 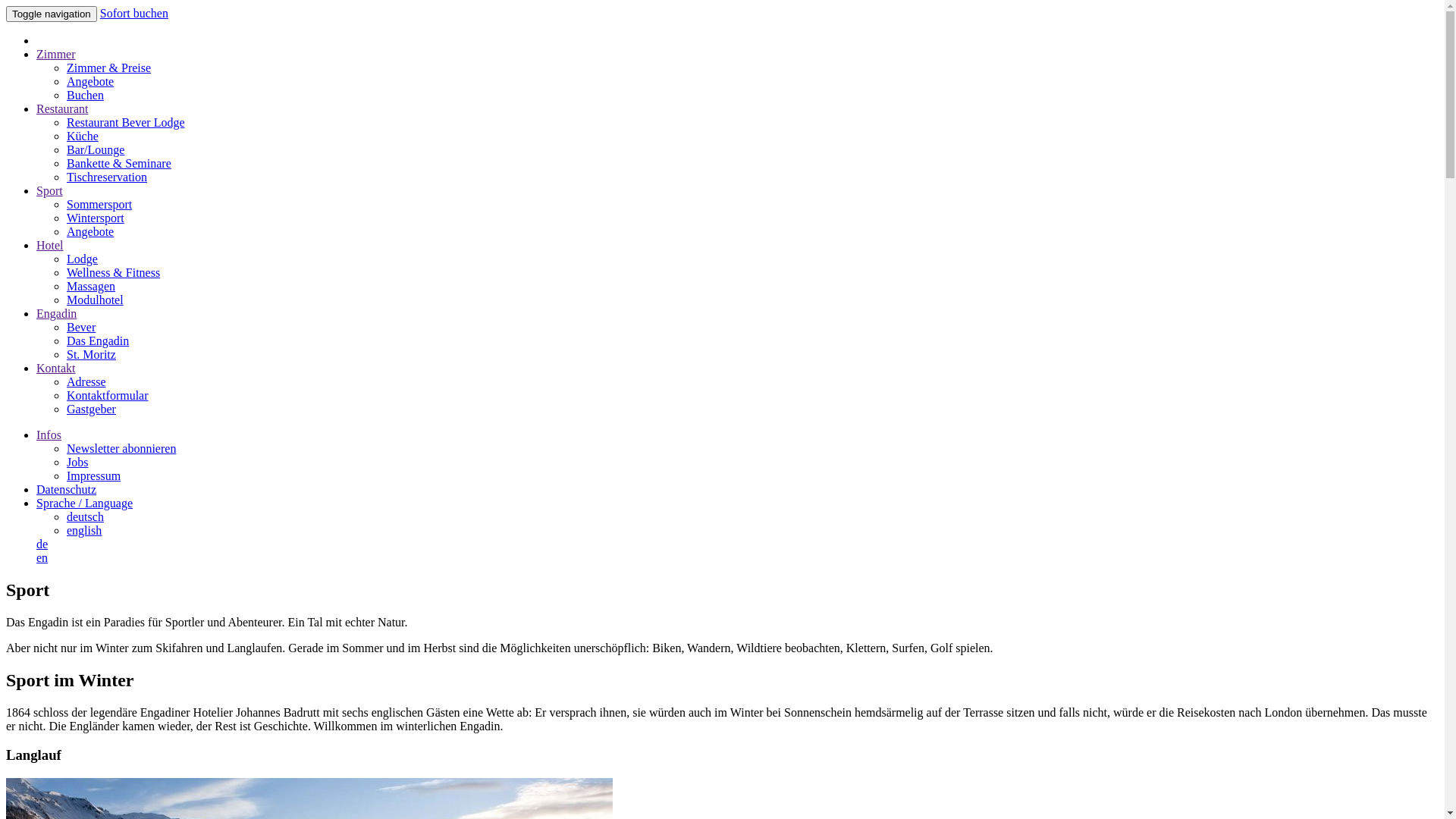 I want to click on 'Toggle navigation', so click(x=6, y=14).